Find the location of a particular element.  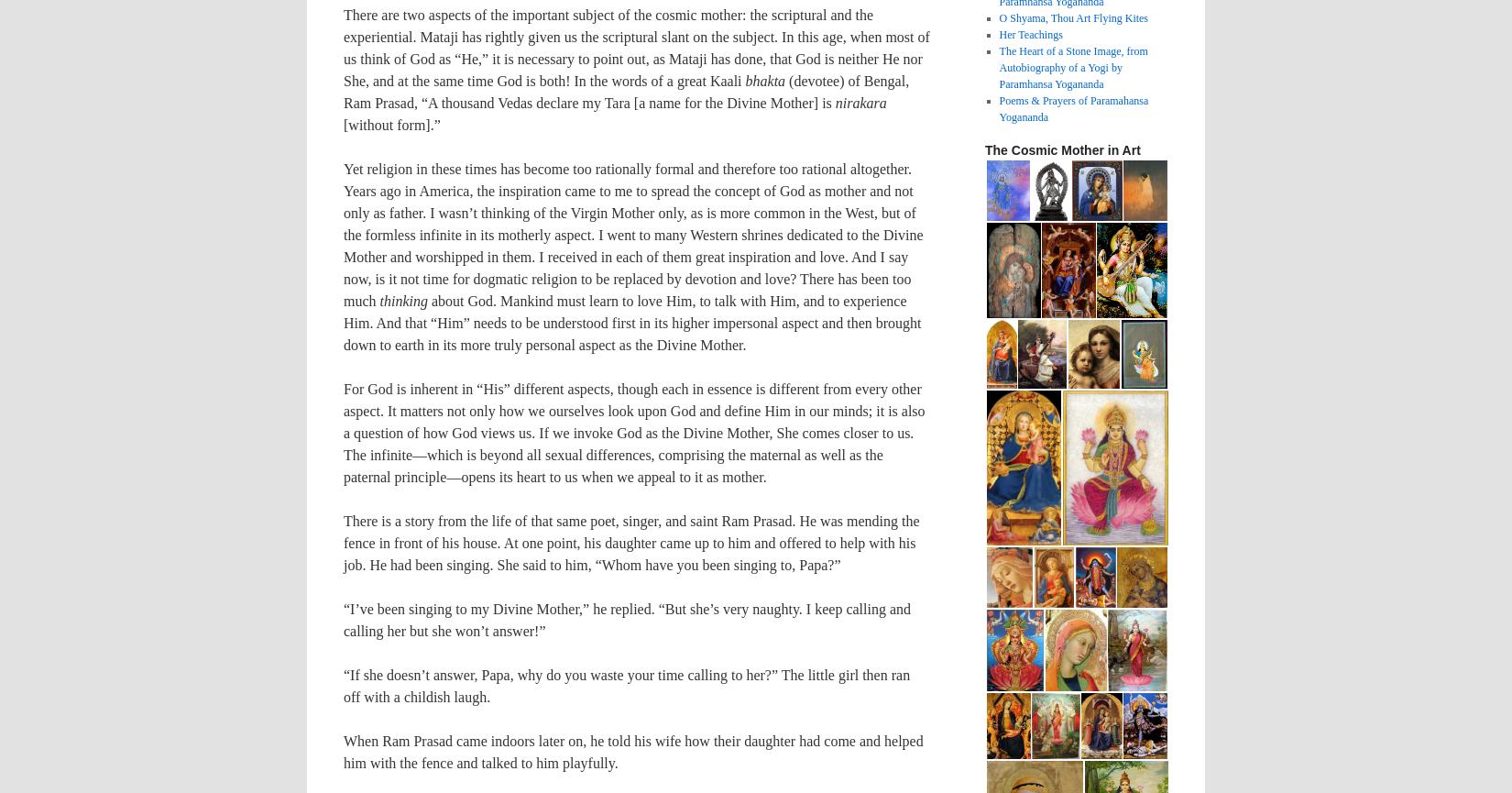

'The Heart of a Stone Image, from Autobiography of a Yogi by Paramhansa Yogananda' is located at coordinates (1073, 67).